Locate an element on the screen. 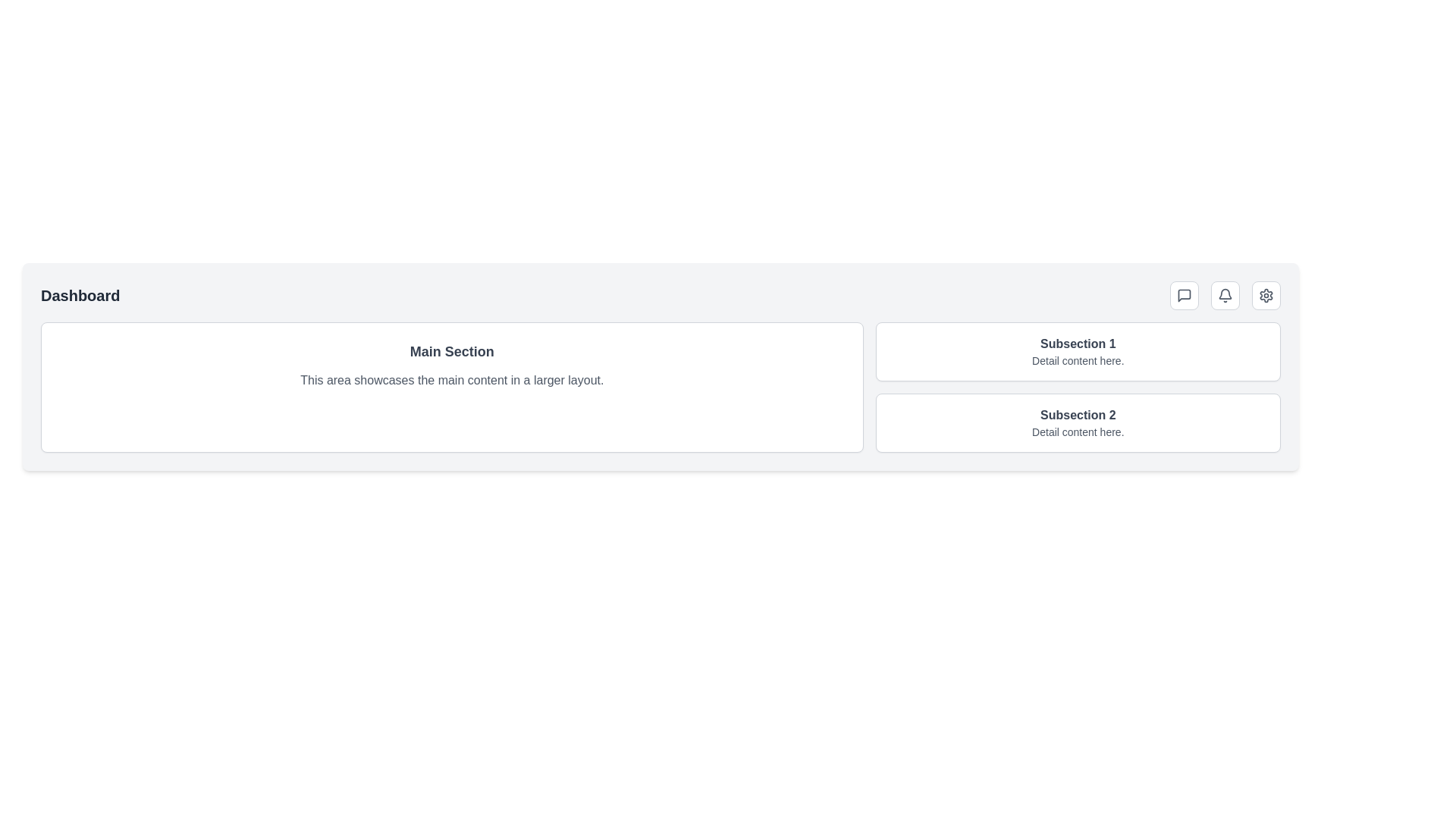 The width and height of the screenshot is (1456, 819). text from the 'Subsection 2' label, which is a medium-sized, bold sans-serif text in dark gray, located in the middle-right section of the interface is located at coordinates (1077, 415).